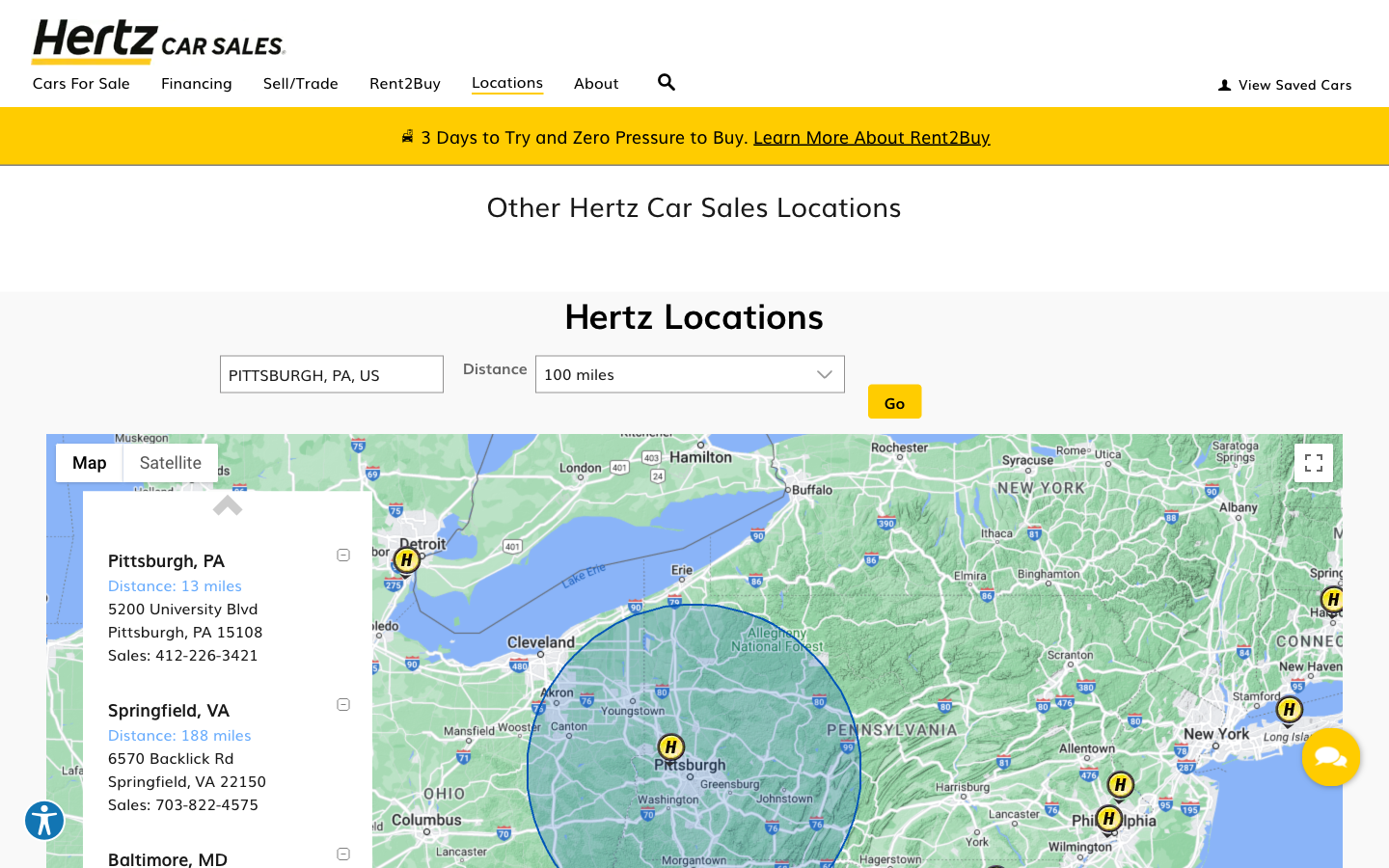 The image size is (1389, 868). I want to click on Explore more information on Springfield, VA, so click(167, 708).